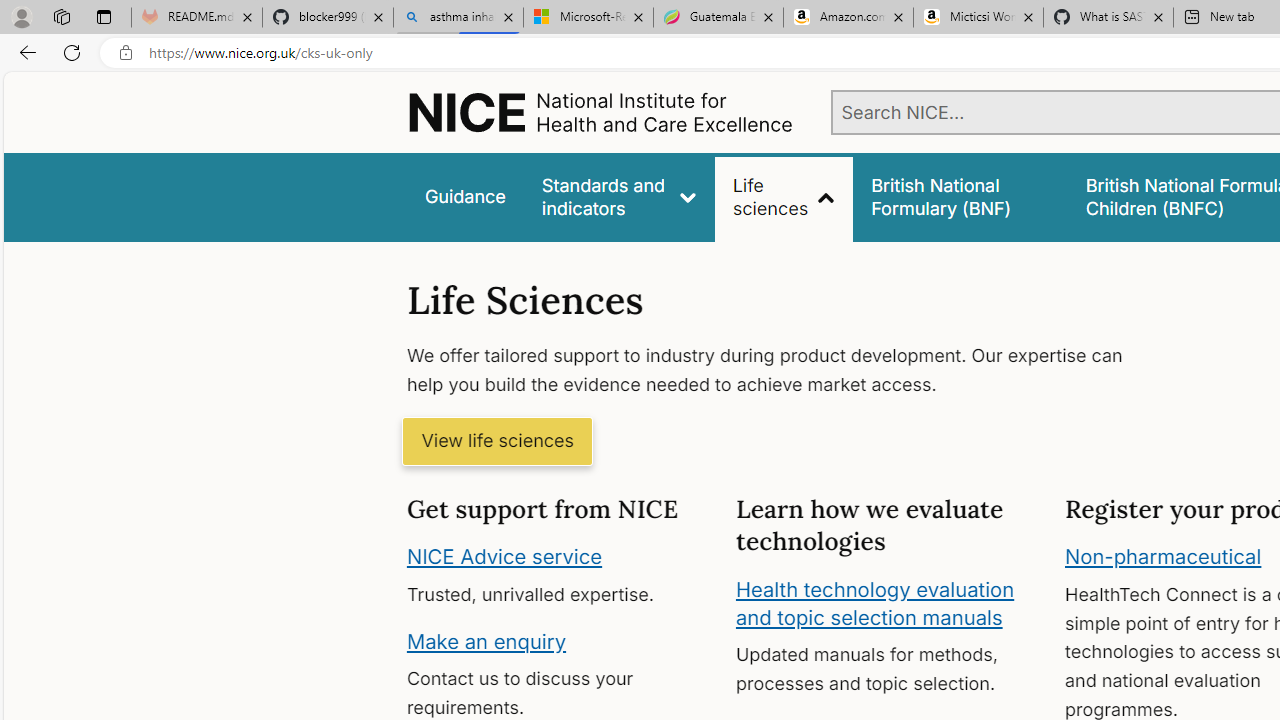 The height and width of the screenshot is (720, 1280). Describe the element at coordinates (960, 197) in the screenshot. I see `'false'` at that location.